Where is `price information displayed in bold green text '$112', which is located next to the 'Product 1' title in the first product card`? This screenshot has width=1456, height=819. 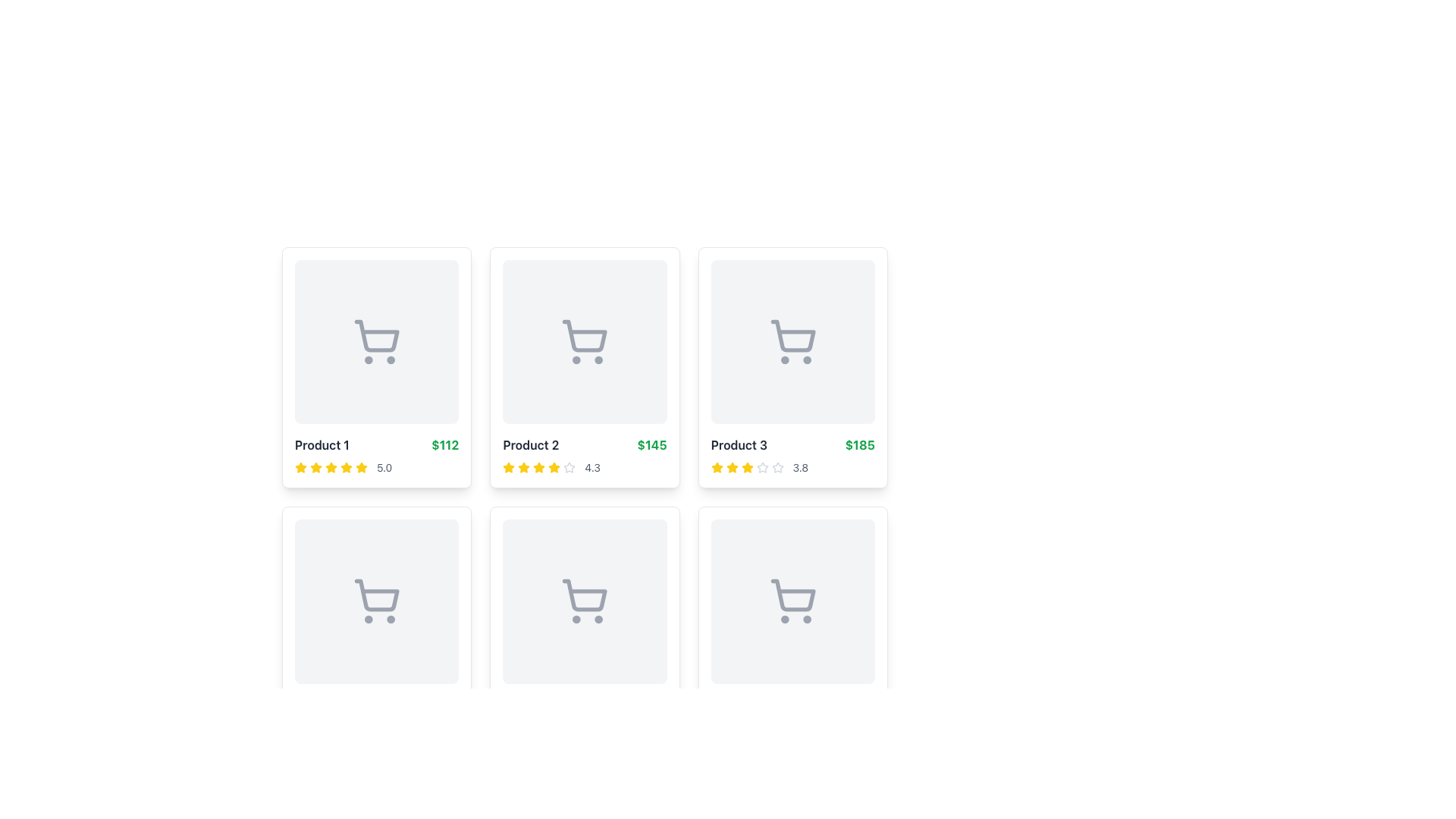 price information displayed in bold green text '$112', which is located next to the 'Product 1' title in the first product card is located at coordinates (444, 444).